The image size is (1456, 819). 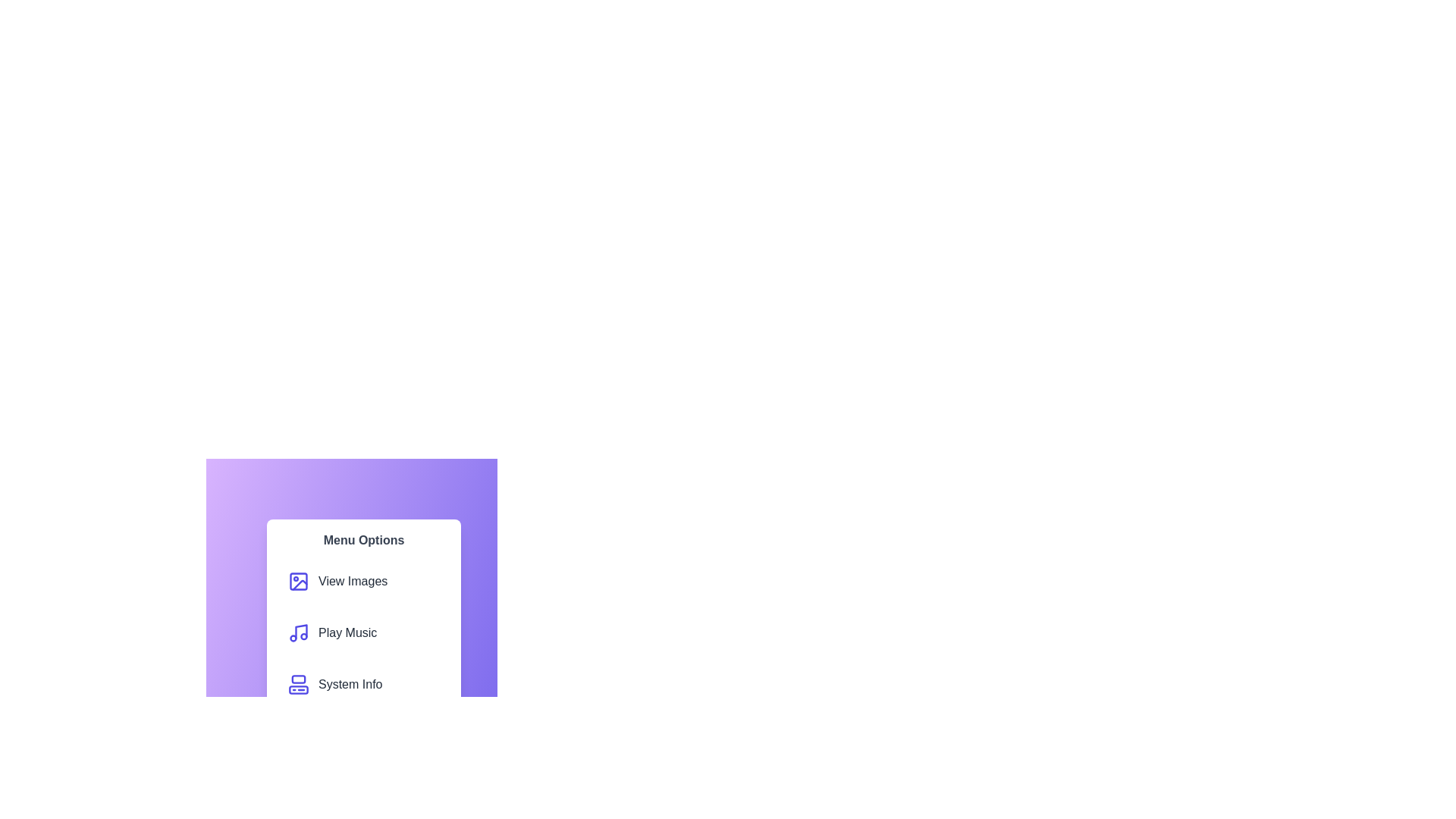 I want to click on the menu item labeled System Info, so click(x=364, y=684).